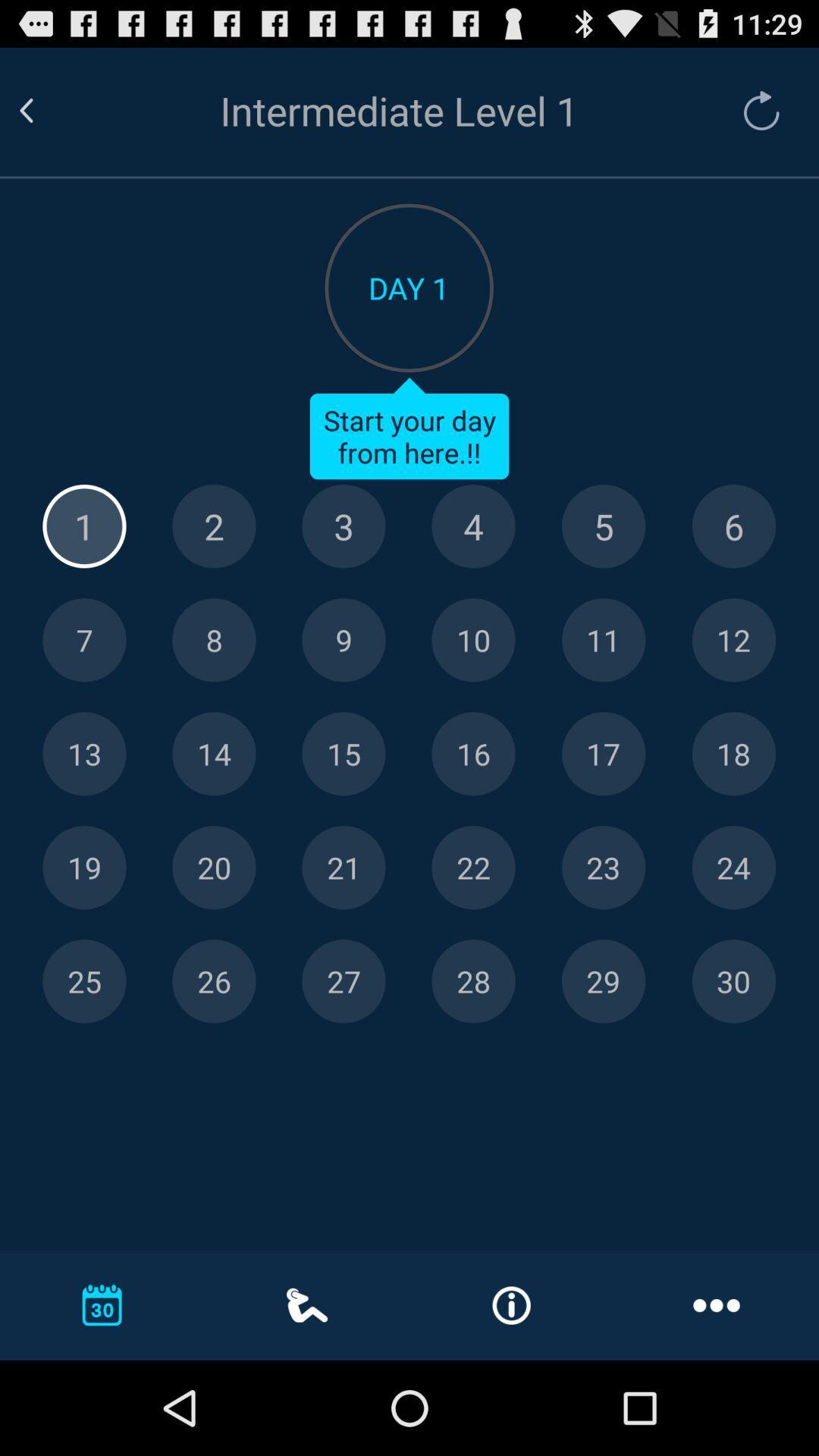 The image size is (819, 1456). Describe the element at coordinates (344, 868) in the screenshot. I see `level 21` at that location.